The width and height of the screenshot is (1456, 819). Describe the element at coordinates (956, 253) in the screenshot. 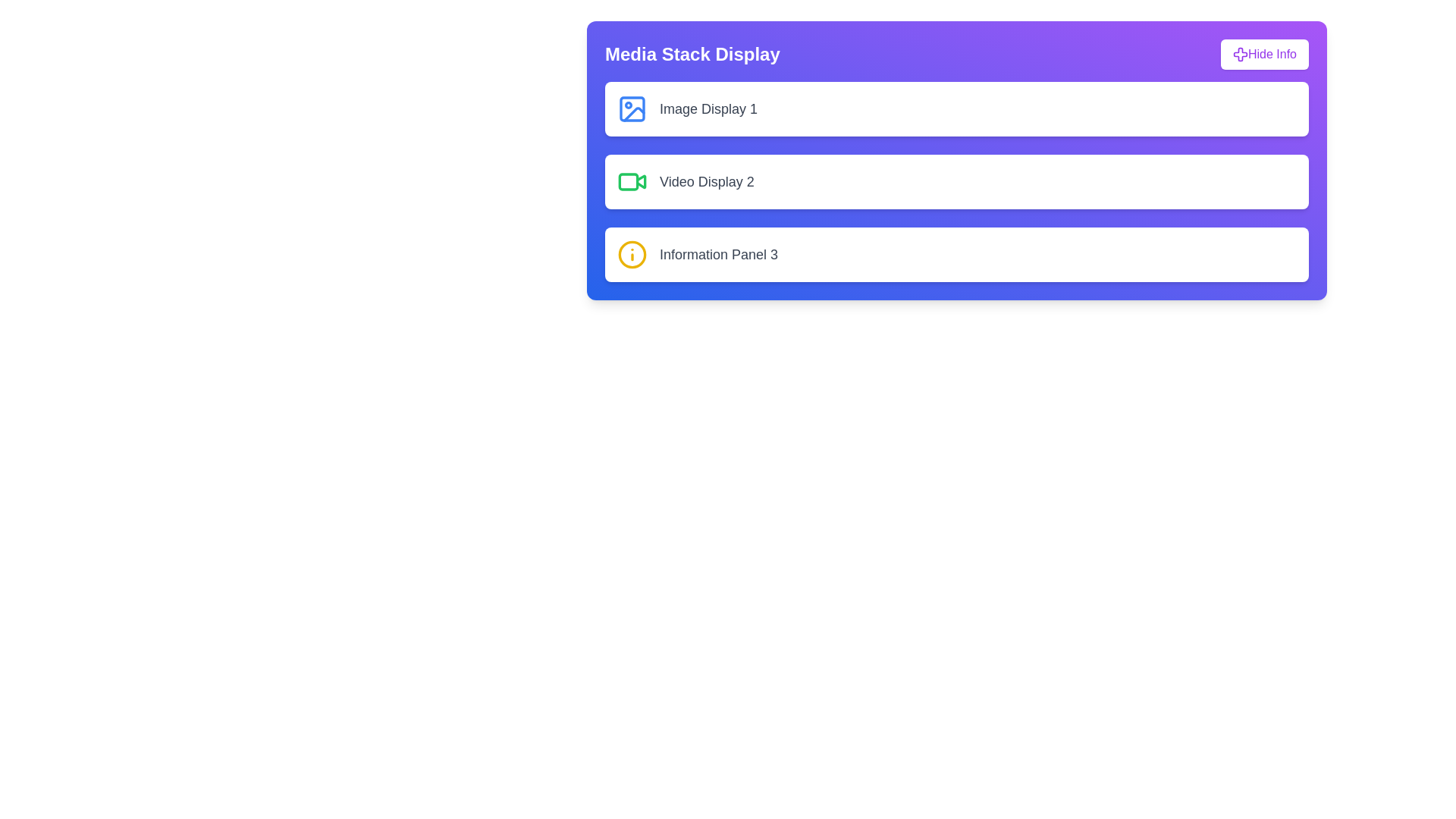

I see `the 'Information Panel 3', which is the third panel in a vertical stack of informational cards located at the bottom of the stack` at that location.